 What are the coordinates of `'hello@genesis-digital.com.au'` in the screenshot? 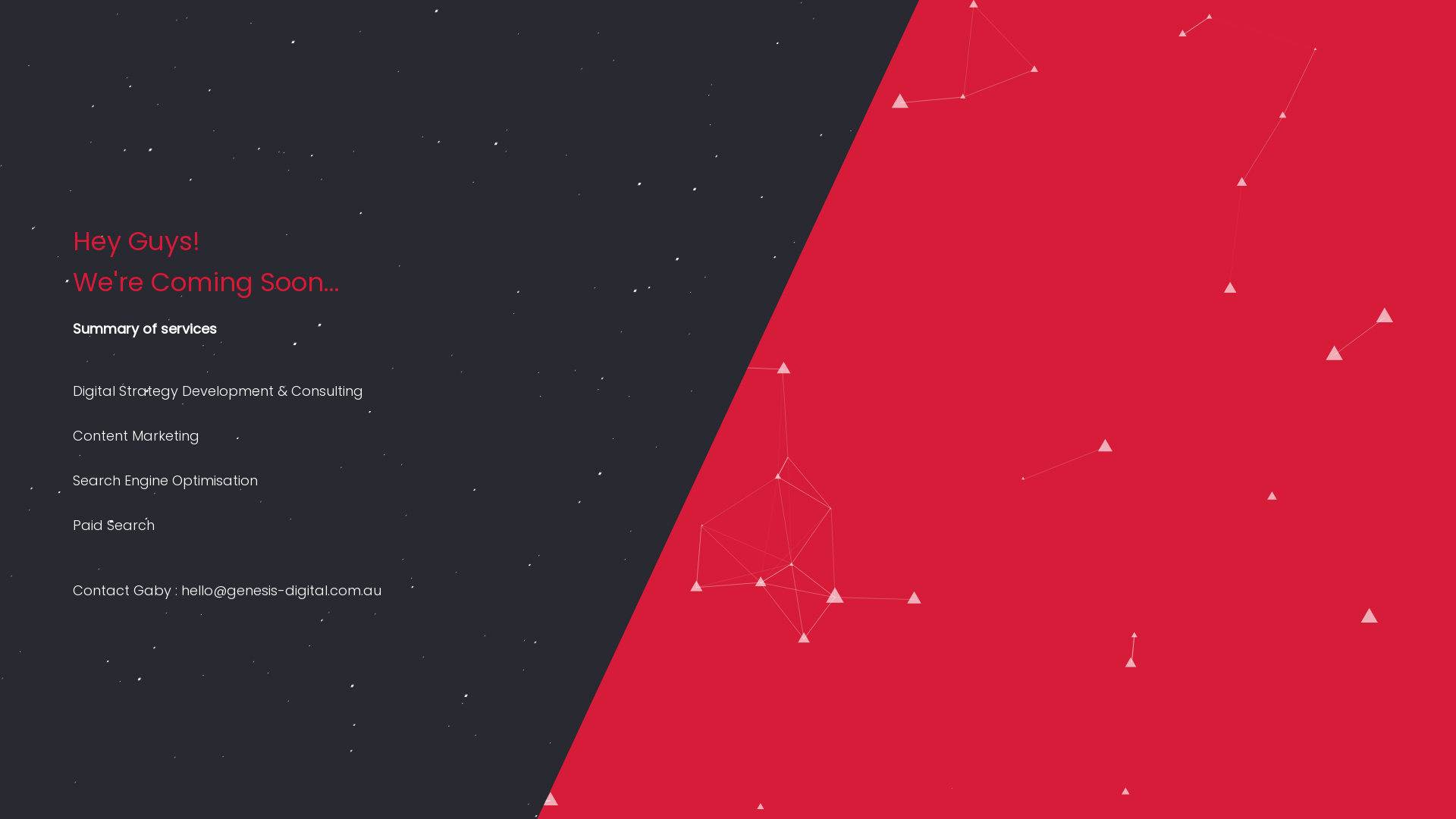 It's located at (281, 589).